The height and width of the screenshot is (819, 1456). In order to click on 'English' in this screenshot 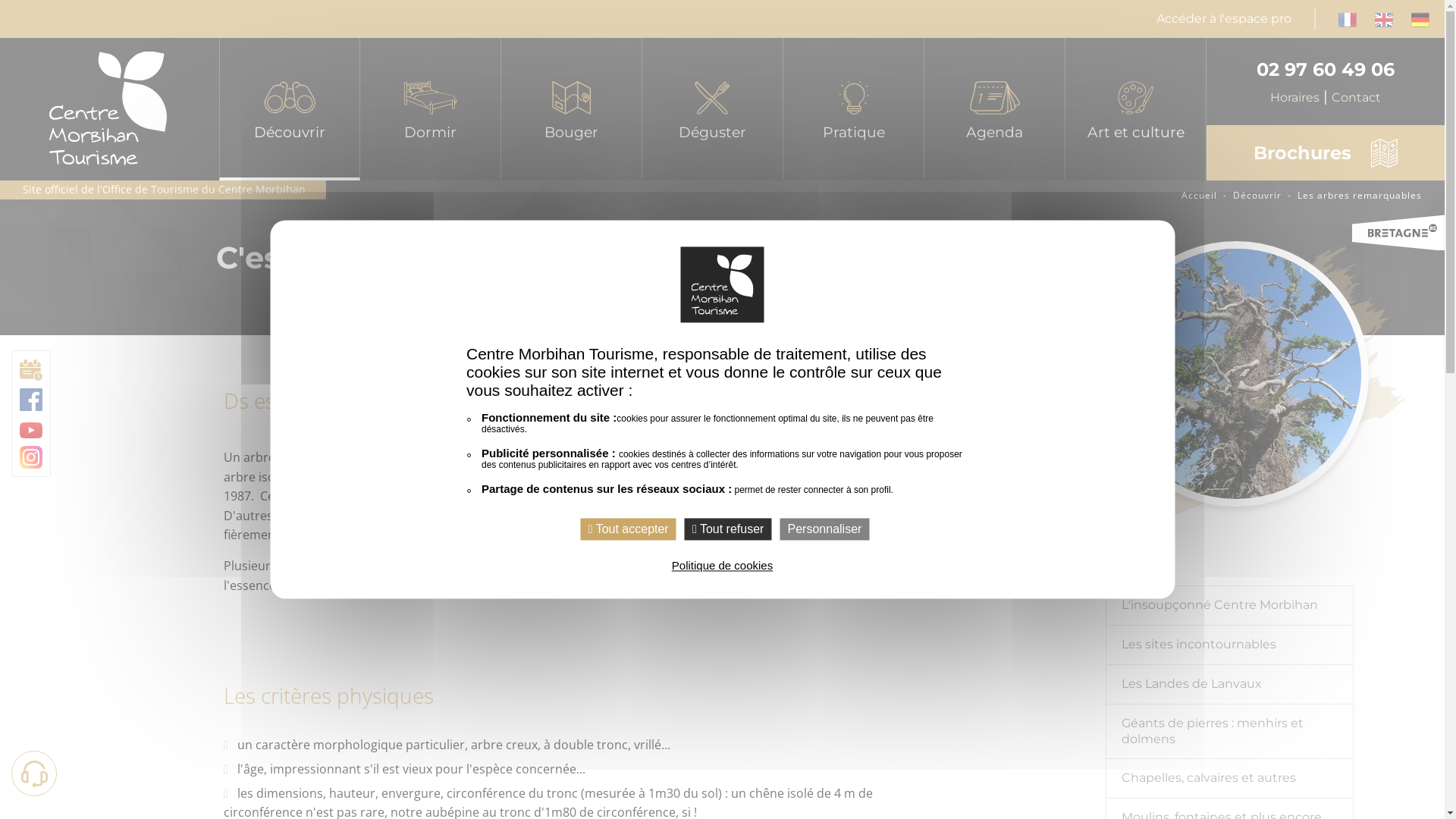, I will do `click(1383, 17)`.